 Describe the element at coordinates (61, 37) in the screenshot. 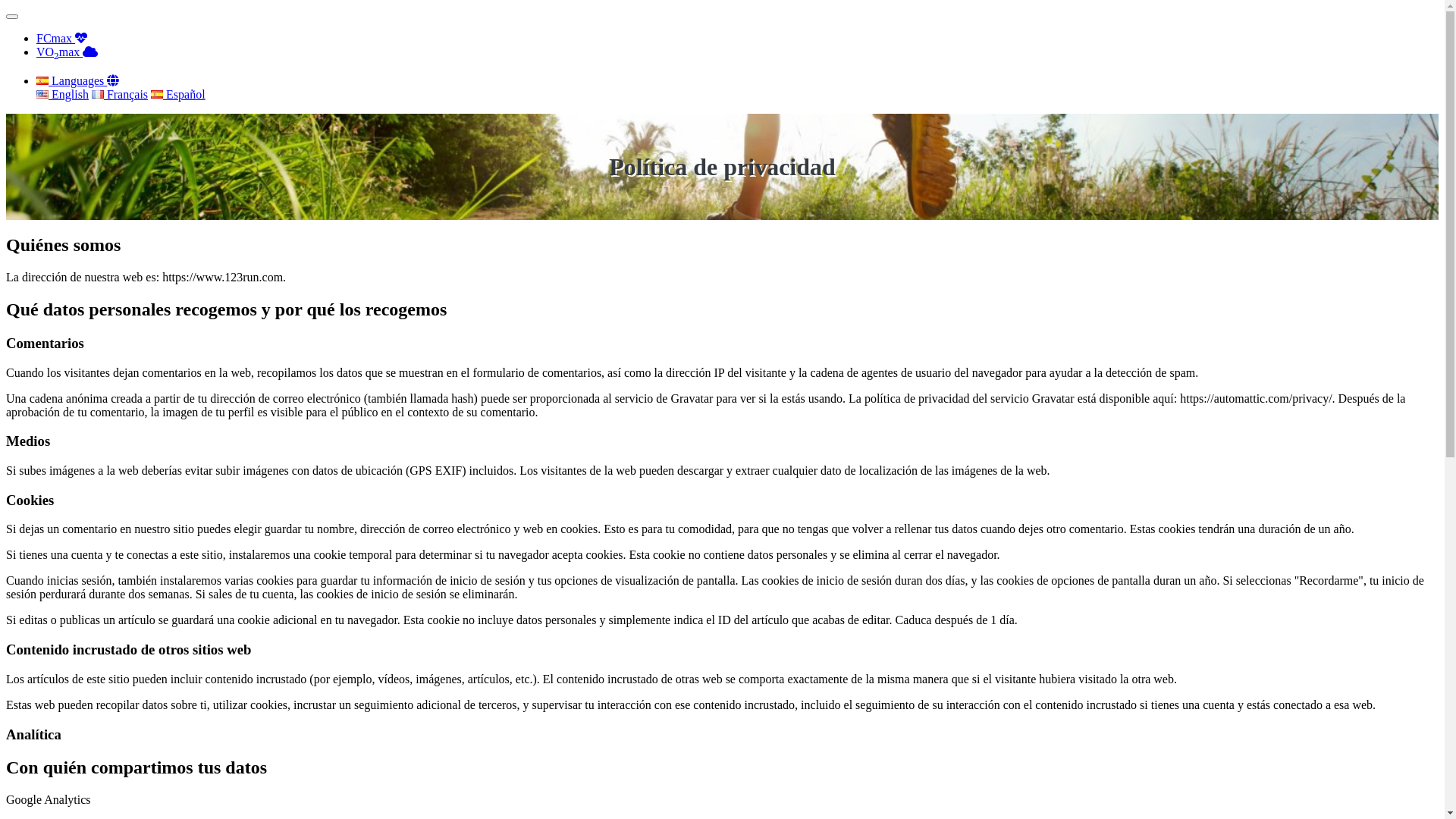

I see `'FCmax'` at that location.